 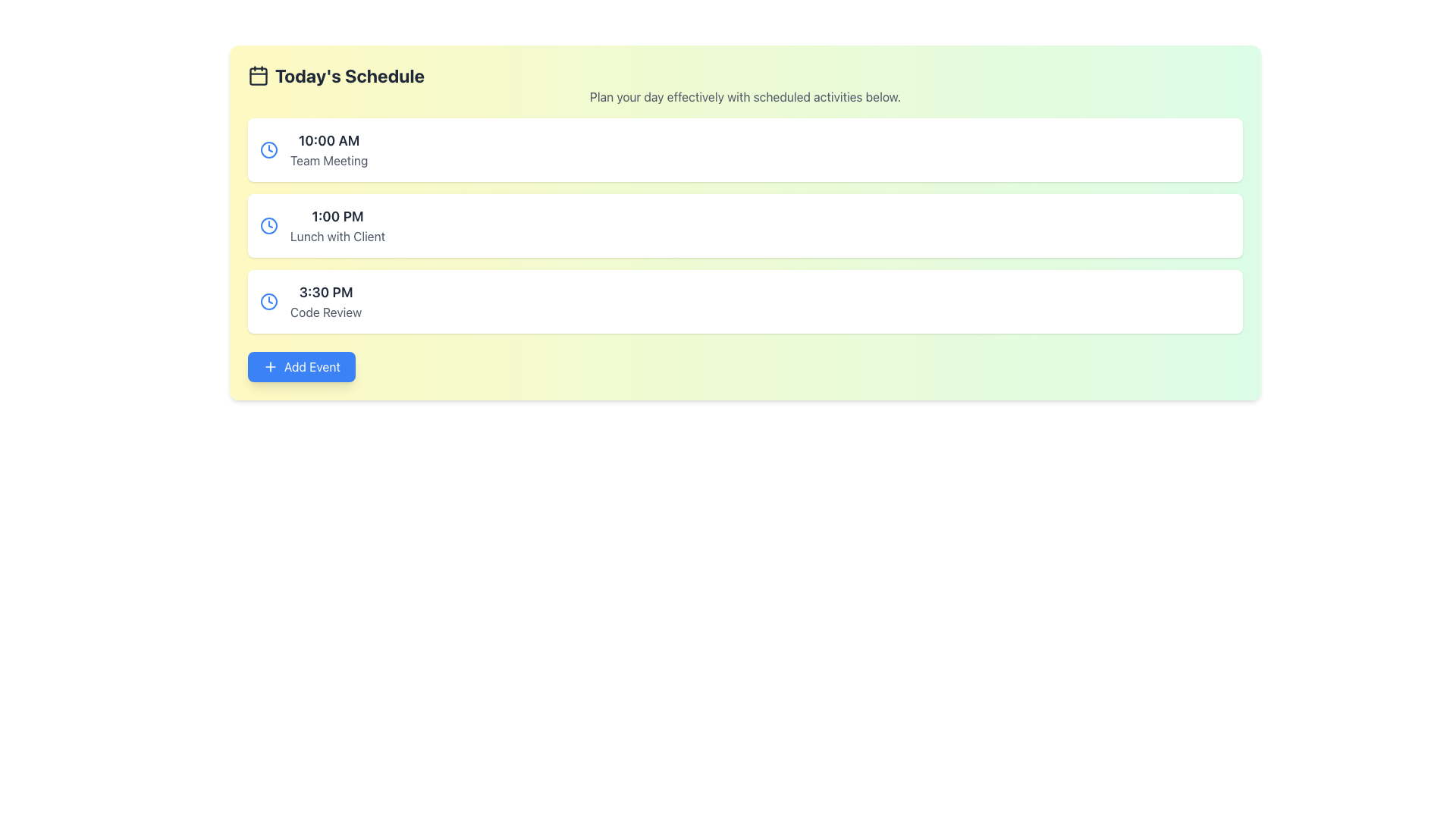 I want to click on the Text Display showing '10:00 AM' and 'Team Meeting' to possibly view details, so click(x=328, y=149).